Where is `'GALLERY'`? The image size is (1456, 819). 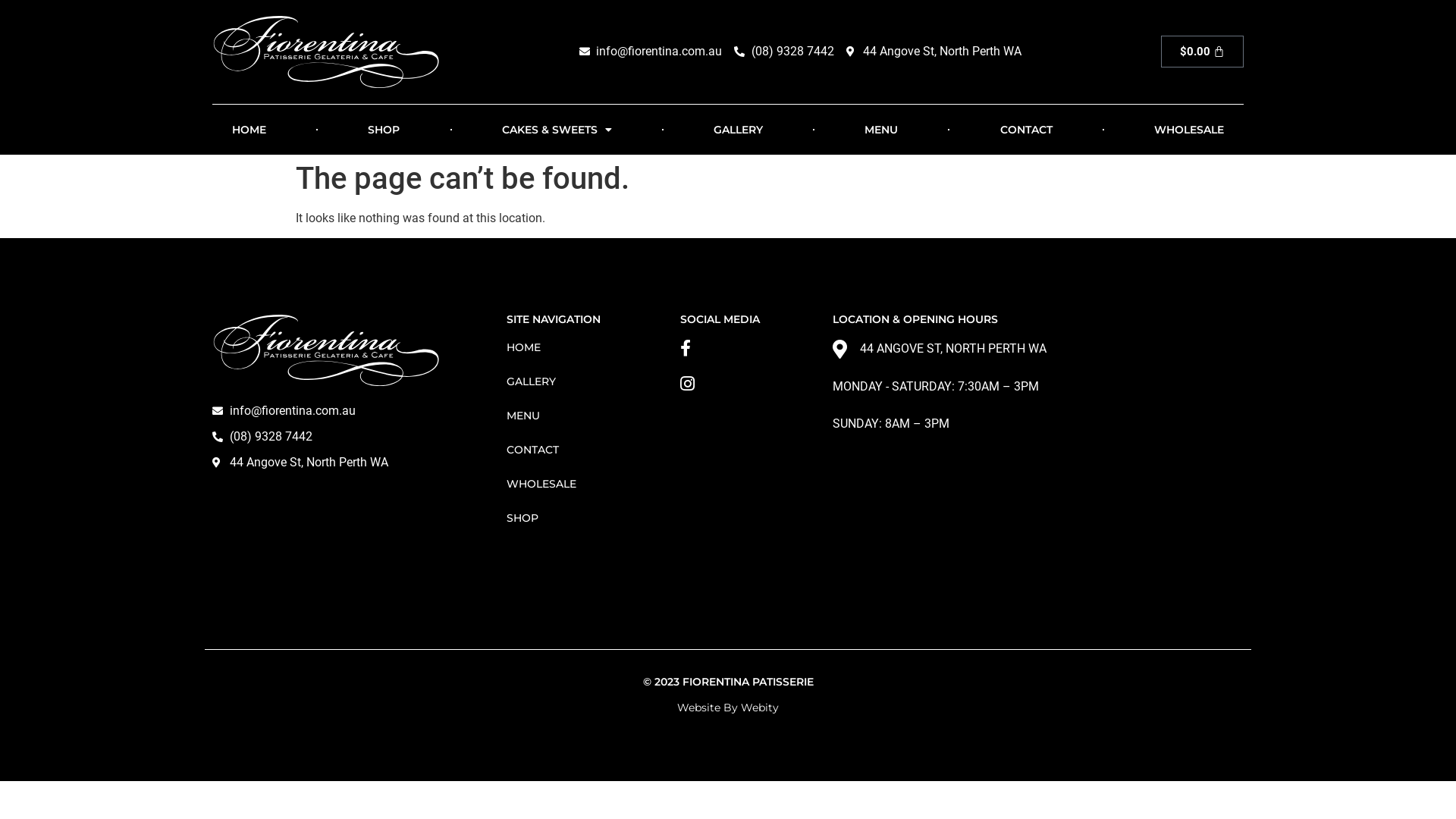
'GALLERY' is located at coordinates (577, 380).